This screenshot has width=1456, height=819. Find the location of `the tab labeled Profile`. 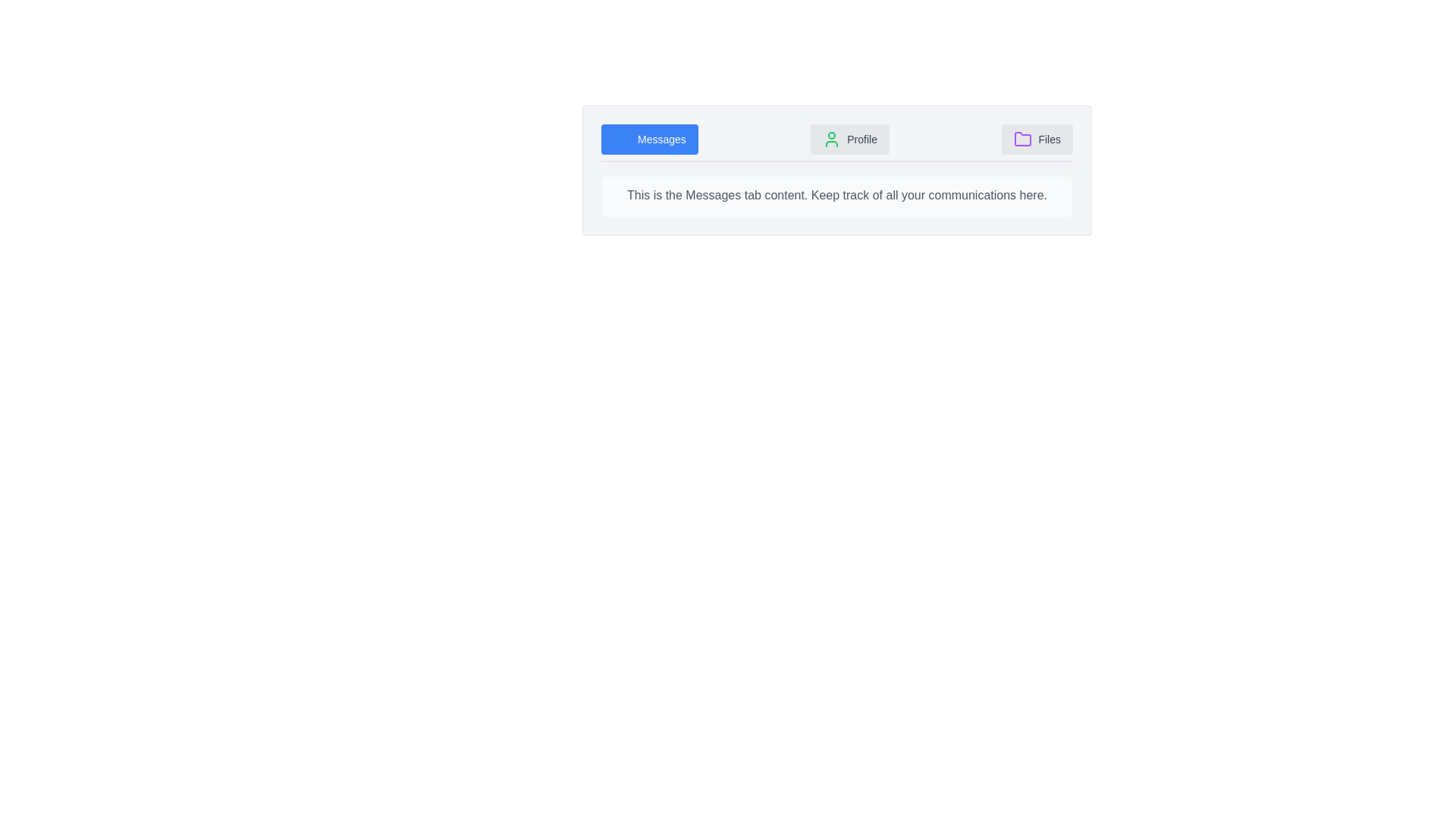

the tab labeled Profile is located at coordinates (850, 140).